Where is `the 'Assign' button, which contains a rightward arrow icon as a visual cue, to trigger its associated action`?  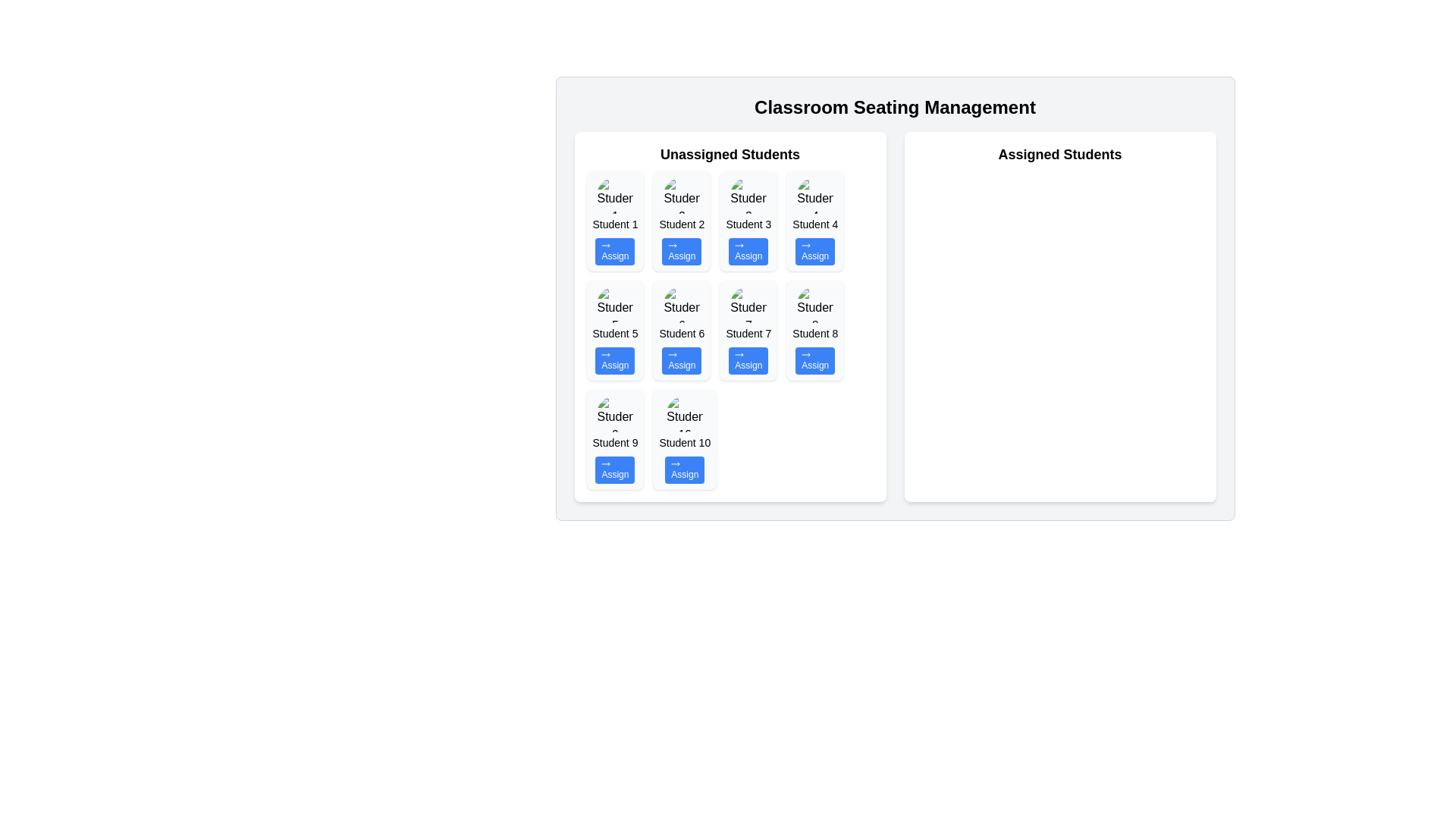 the 'Assign' button, which contains a rightward arrow icon as a visual cue, to trigger its associated action is located at coordinates (672, 354).